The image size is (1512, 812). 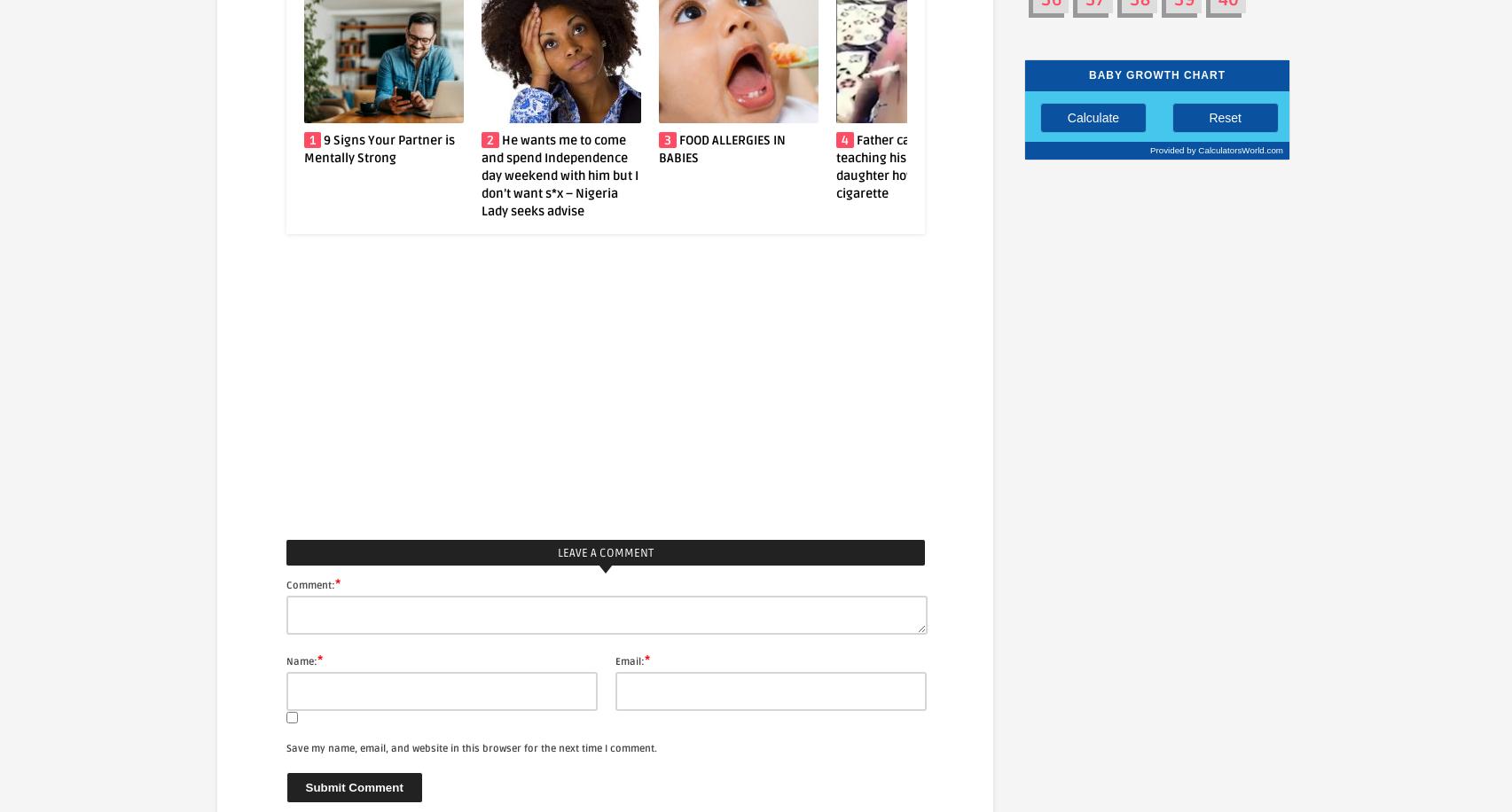 I want to click on 'Provided by', so click(x=1148, y=150).